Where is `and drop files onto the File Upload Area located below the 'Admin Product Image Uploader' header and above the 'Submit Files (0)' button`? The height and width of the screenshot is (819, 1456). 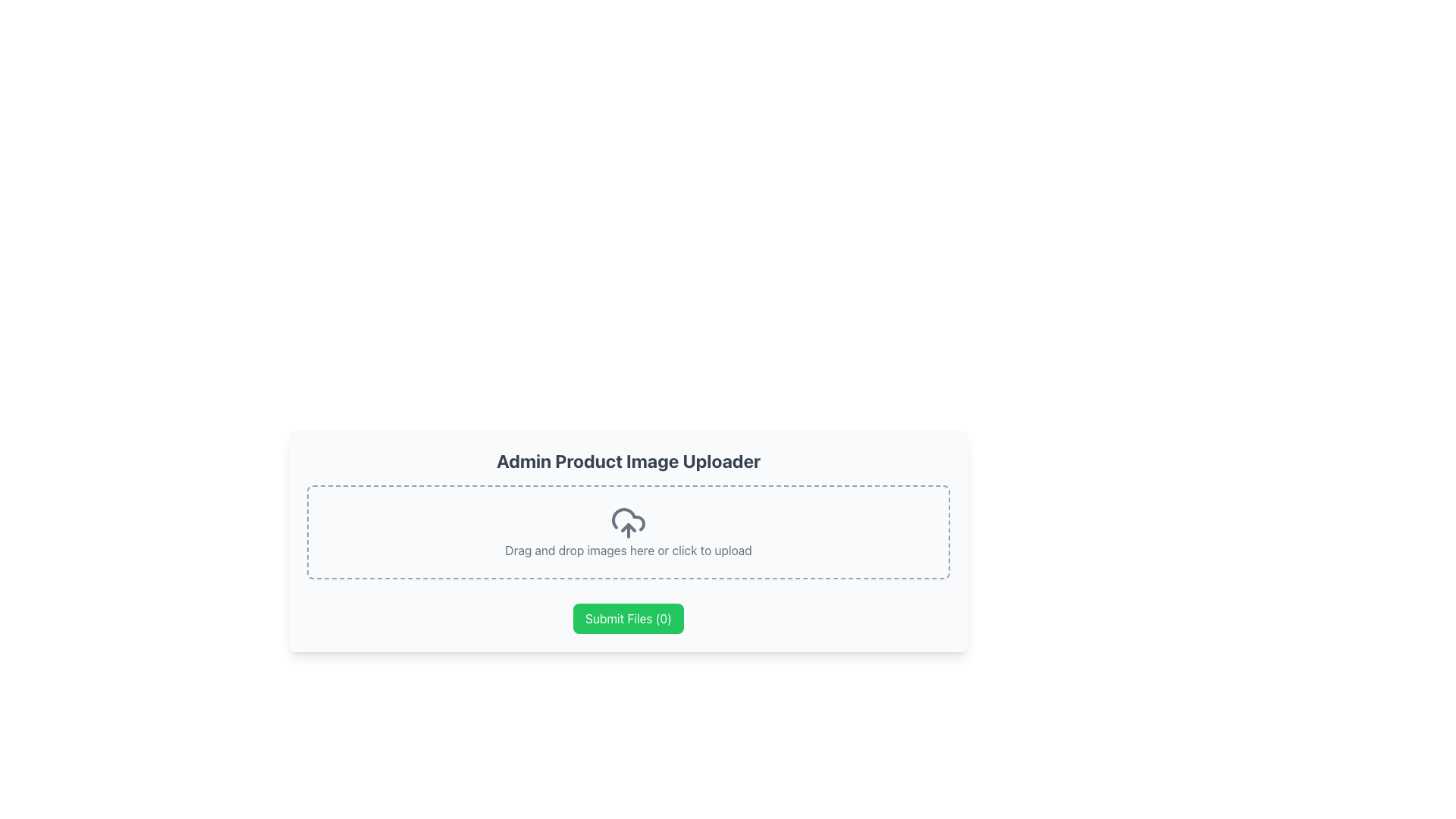 and drop files onto the File Upload Area located below the 'Admin Product Image Uploader' header and above the 'Submit Files (0)' button is located at coordinates (629, 532).